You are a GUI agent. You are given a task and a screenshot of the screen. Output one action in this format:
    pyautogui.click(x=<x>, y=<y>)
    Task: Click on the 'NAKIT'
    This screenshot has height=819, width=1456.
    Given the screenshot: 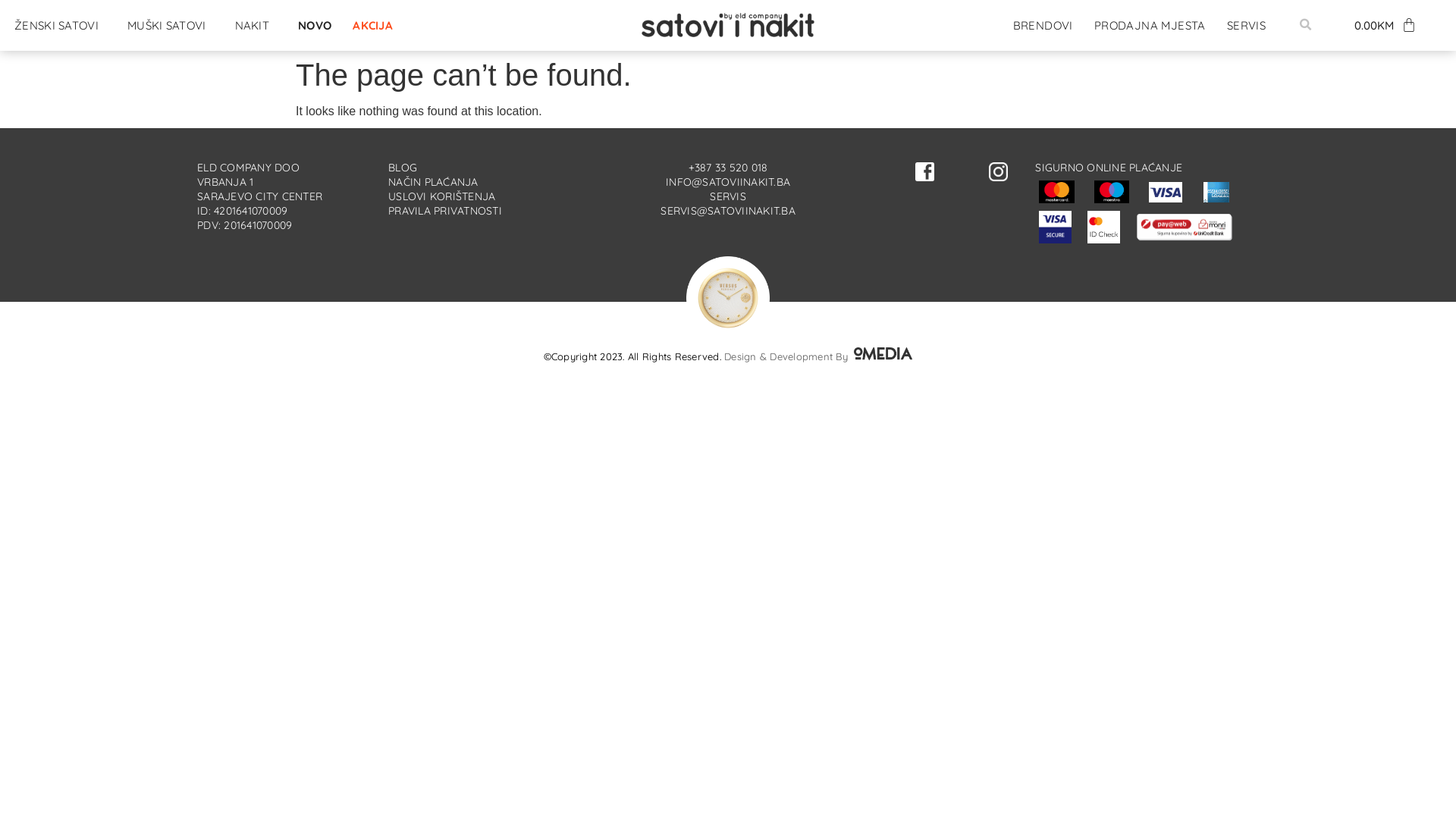 What is the action you would take?
    pyautogui.click(x=227, y=25)
    